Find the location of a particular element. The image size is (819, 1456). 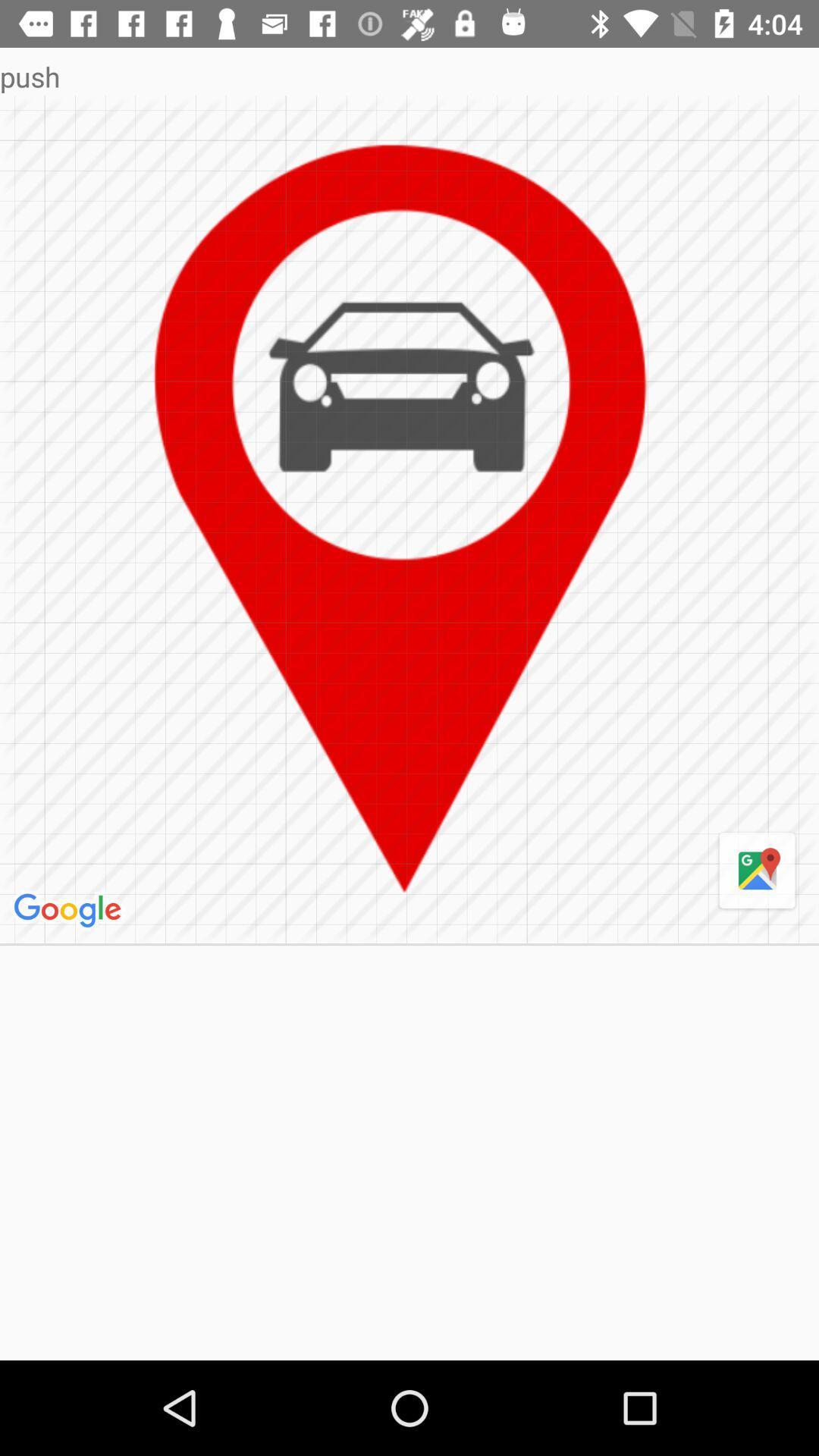

icon below the push item is located at coordinates (409, 519).